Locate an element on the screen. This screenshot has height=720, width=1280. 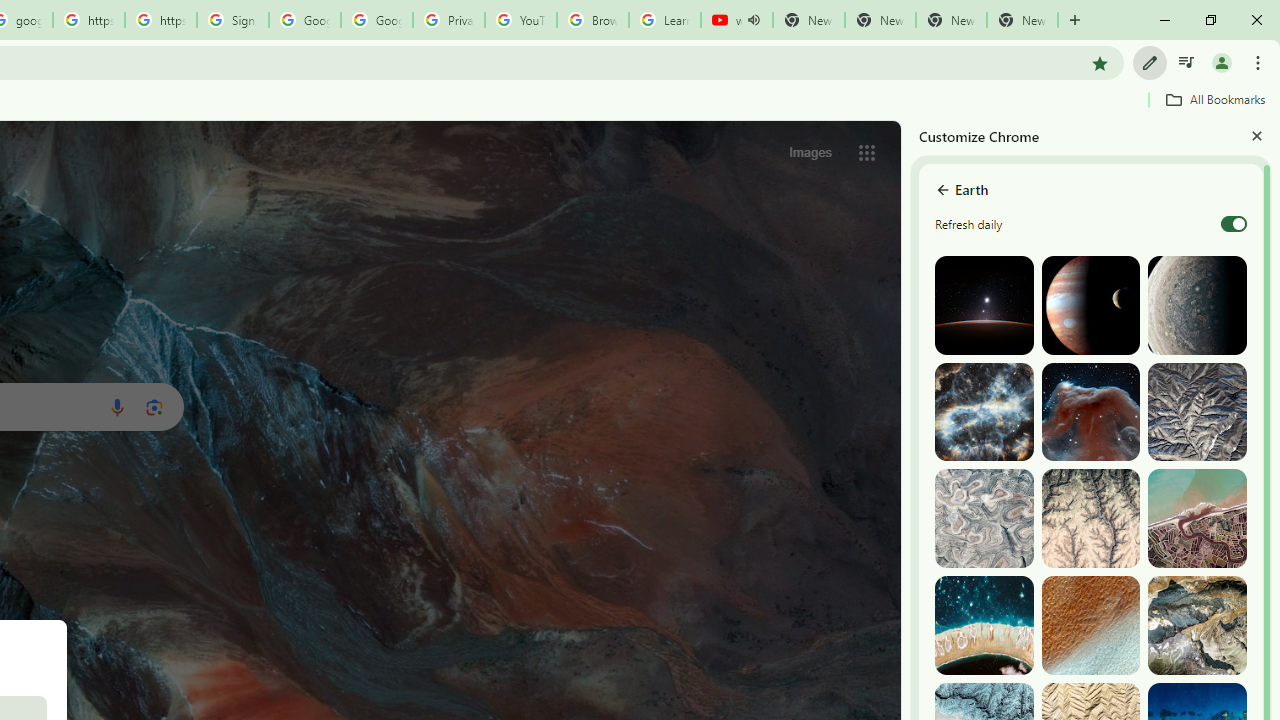
'Sanaag, Somalia' is located at coordinates (1089, 517).